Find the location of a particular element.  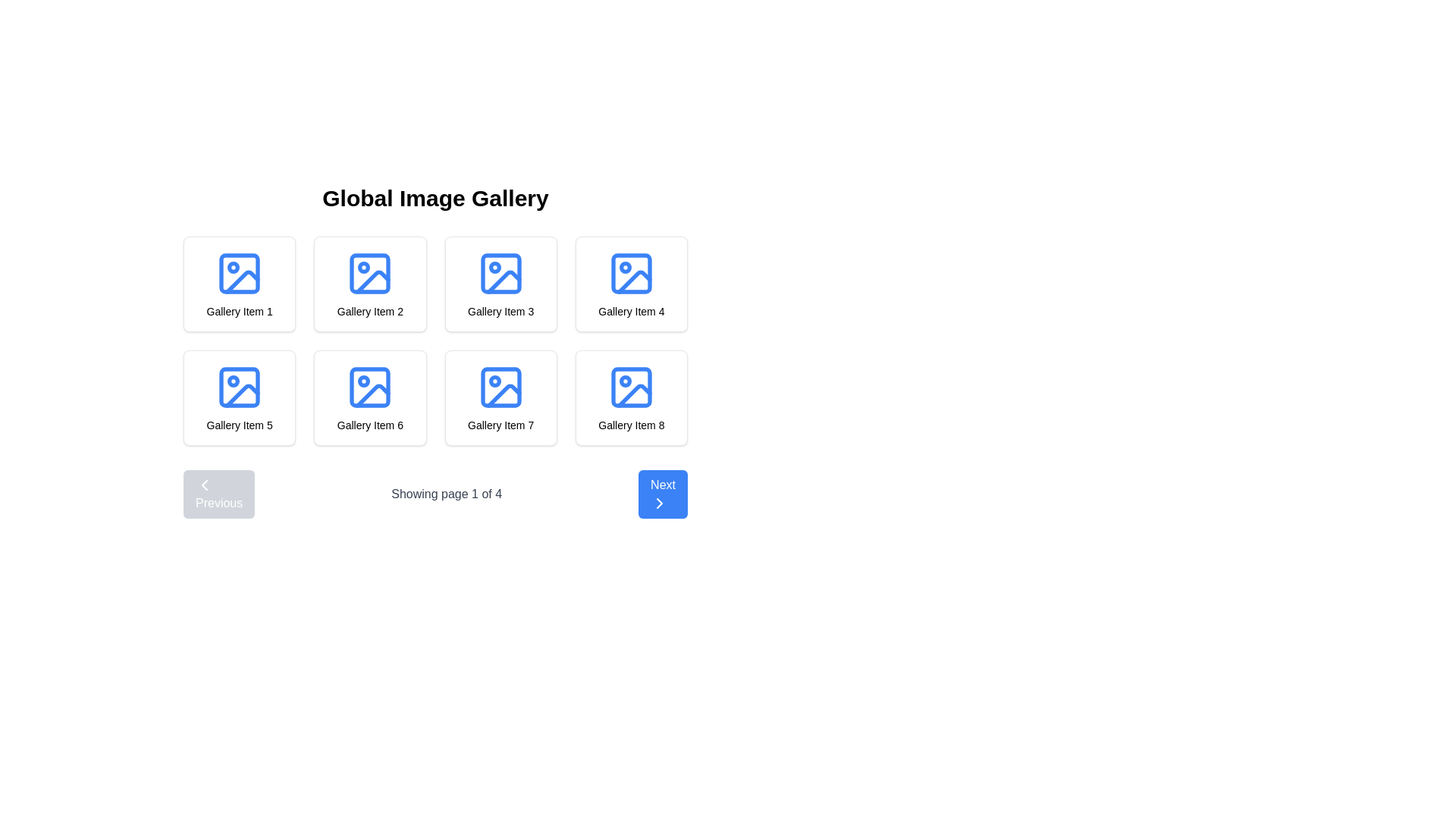

the small circular icon located inside 'Gallery Item 3' thumbnail, positioned near the top-left corner of the icon is located at coordinates (494, 267).